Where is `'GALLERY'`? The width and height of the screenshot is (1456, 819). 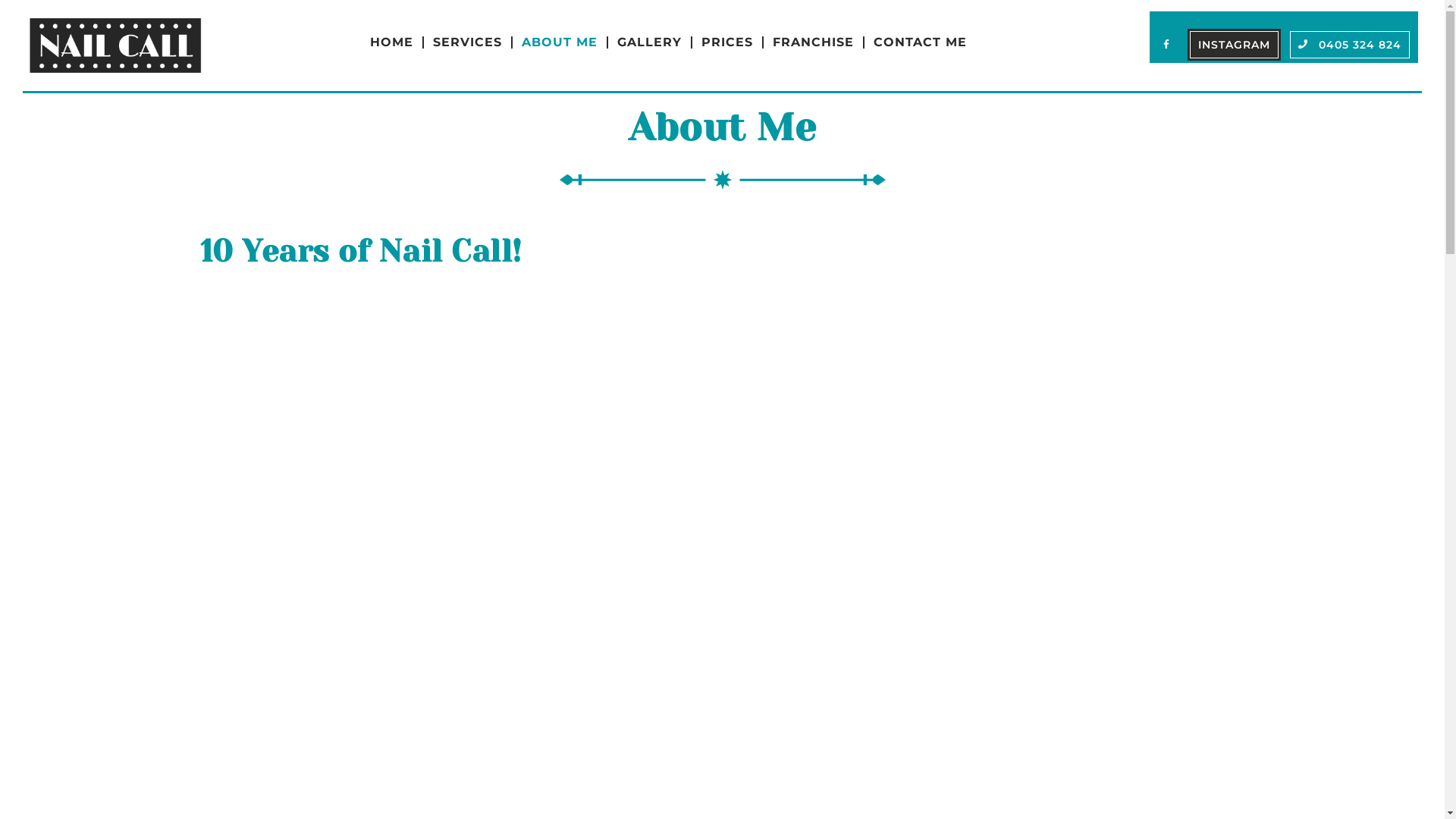
'GALLERY' is located at coordinates (654, 42).